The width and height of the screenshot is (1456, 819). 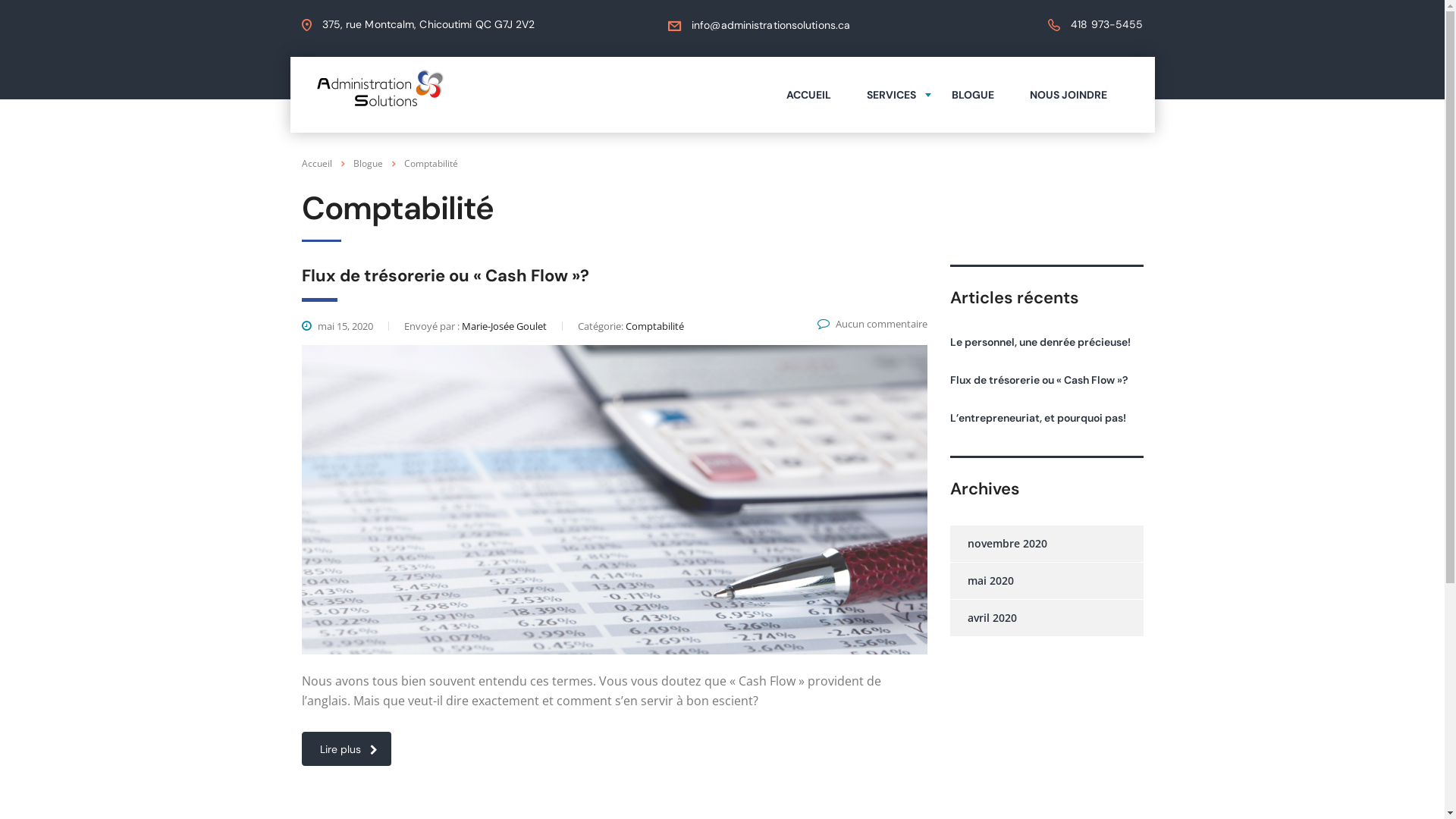 What do you see at coordinates (891, 94) in the screenshot?
I see `'SERVICES'` at bounding box center [891, 94].